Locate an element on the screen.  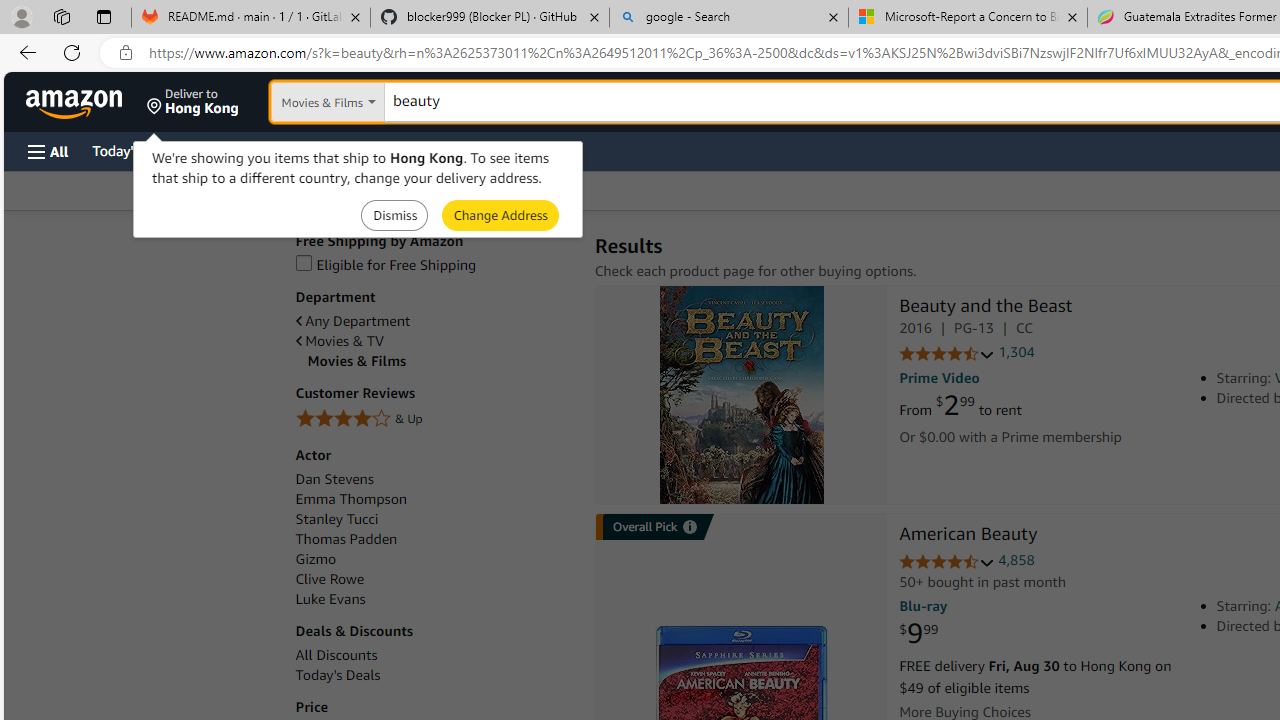
'From $2.99 to rent' is located at coordinates (960, 405).